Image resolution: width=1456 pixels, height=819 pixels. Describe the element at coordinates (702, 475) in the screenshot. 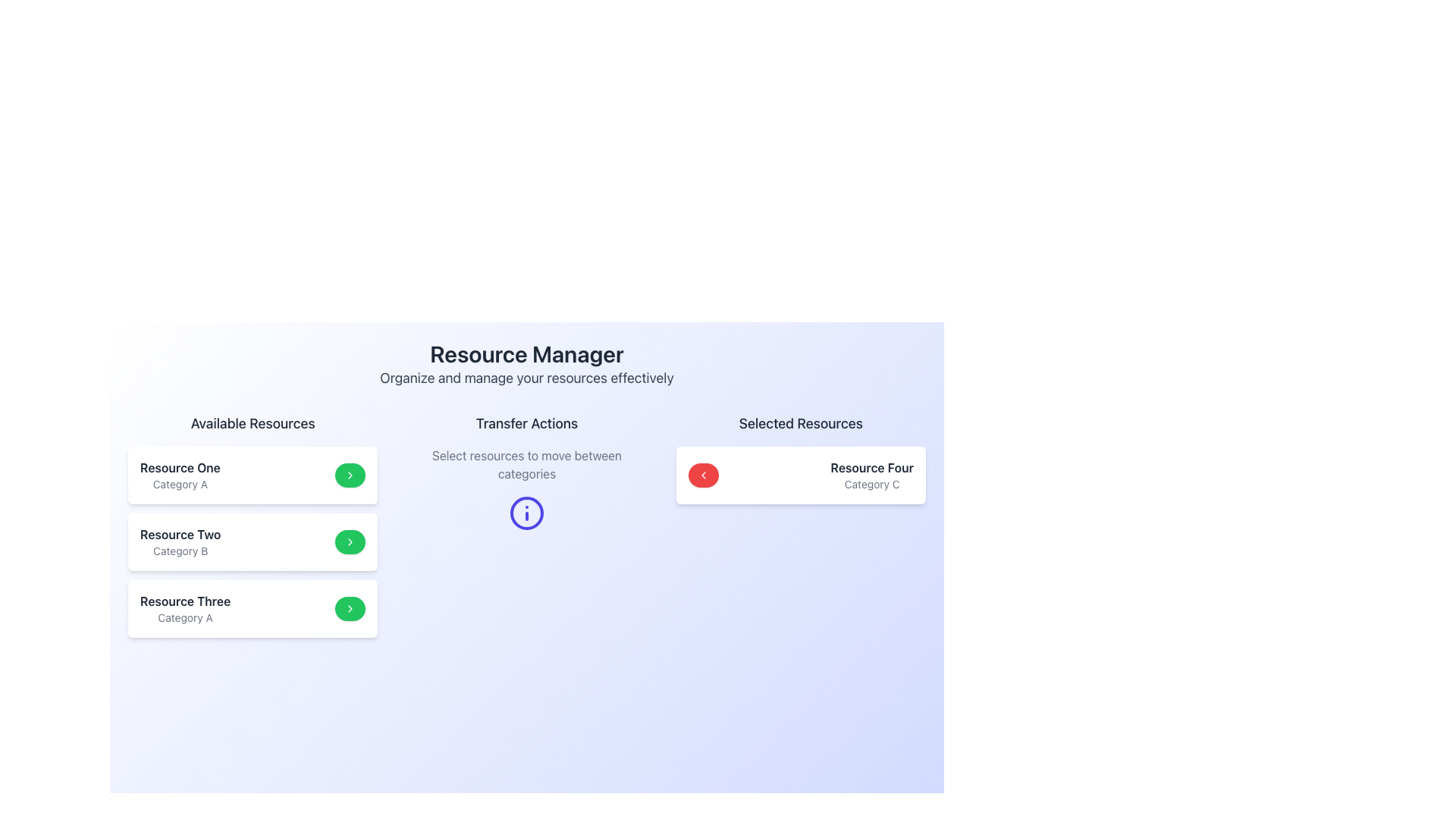

I see `the left-pointing chevron icon button located at the top-left corner of the 'Resource Four' card in the 'Selected Resources' section to interact with it` at that location.